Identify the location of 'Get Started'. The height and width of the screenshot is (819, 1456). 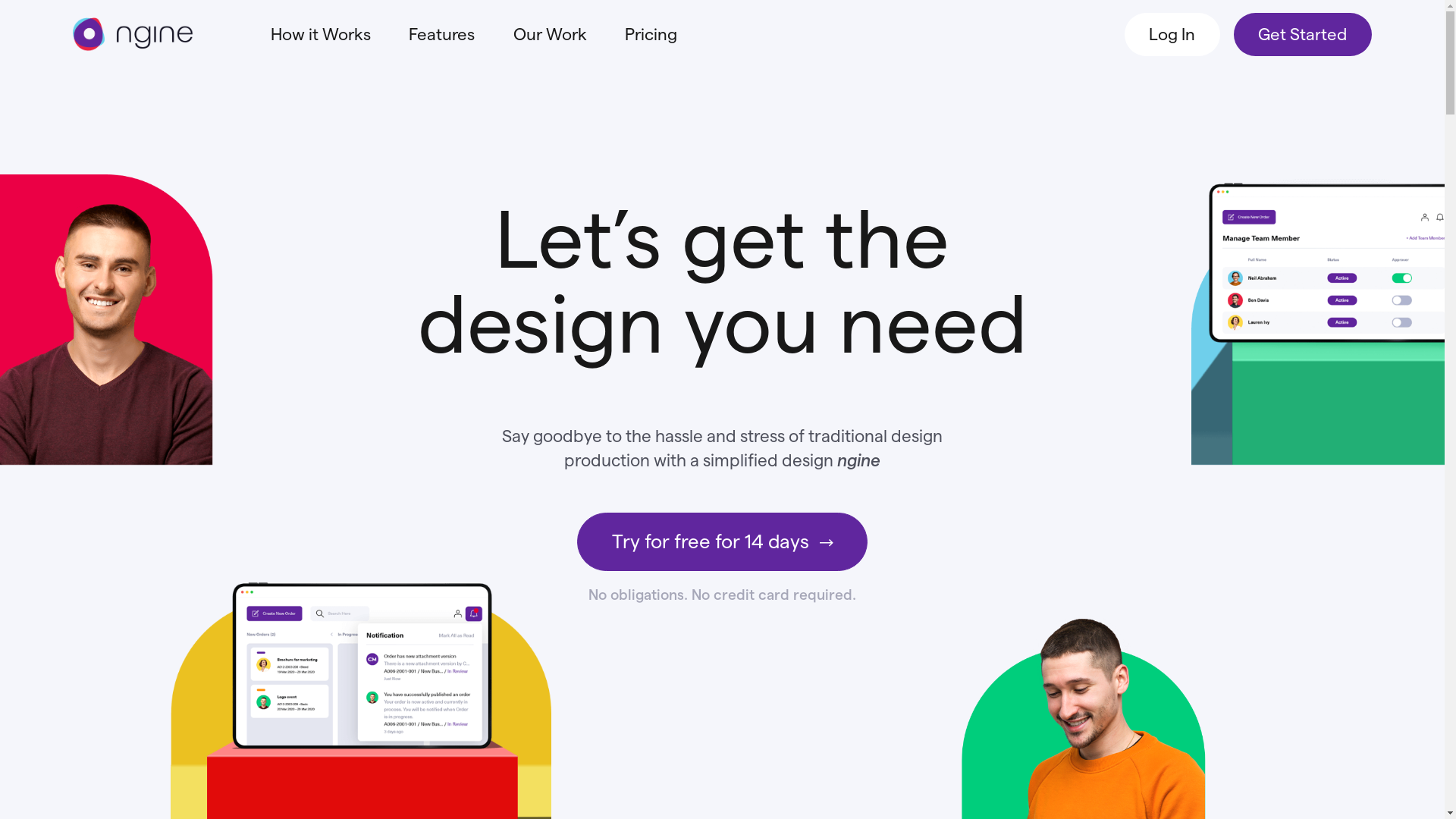
(1302, 34).